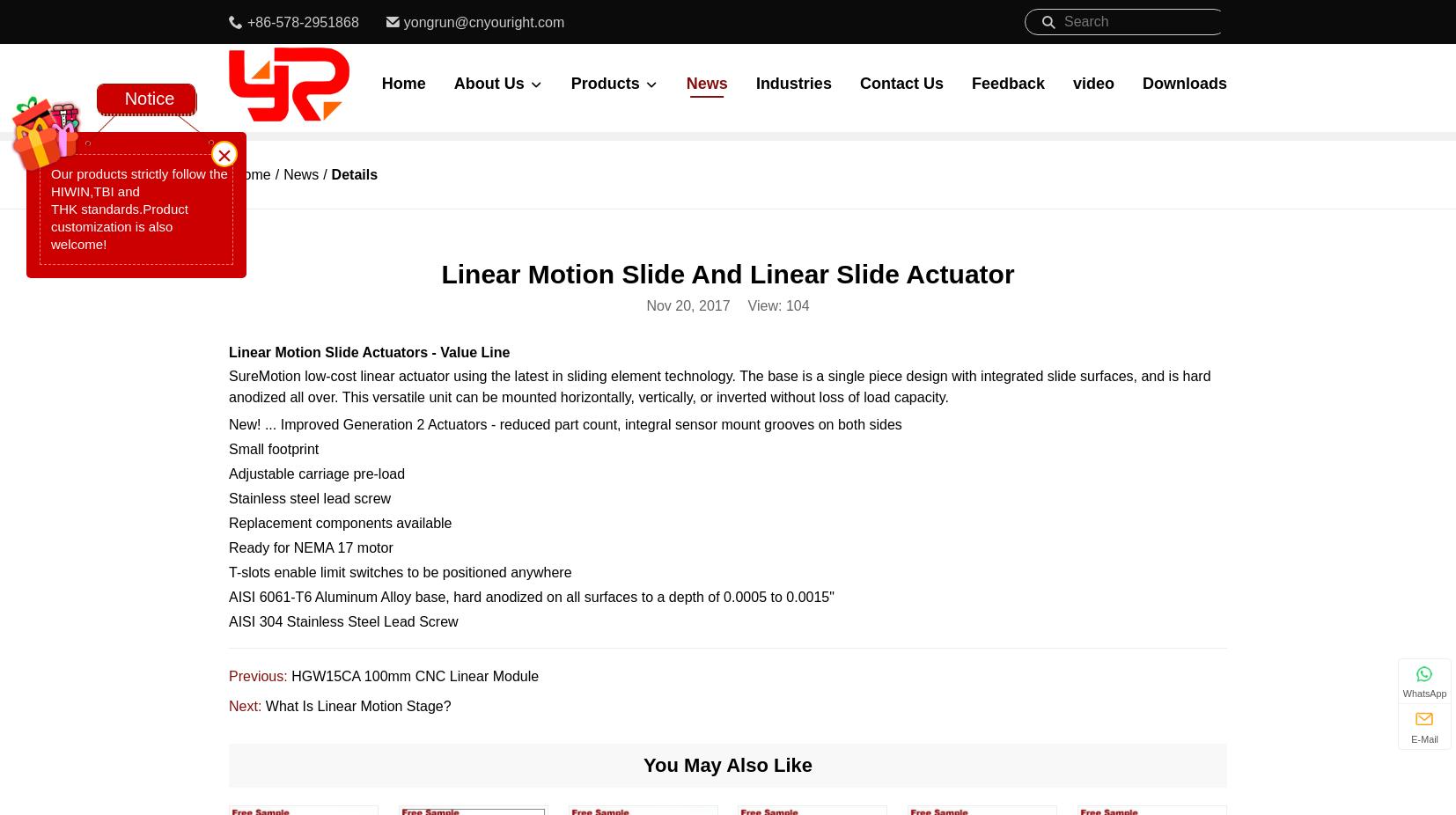  Describe the element at coordinates (228, 386) in the screenshot. I see `'SureMotion low-cost linear actuator using the latest in sliding element technology. The base is a single piece design with integrated slide surfaces, and is hard anodized all over. This versatile unit can be mounted horizontally, vertically, or inverted without loss of load capacity.'` at that location.